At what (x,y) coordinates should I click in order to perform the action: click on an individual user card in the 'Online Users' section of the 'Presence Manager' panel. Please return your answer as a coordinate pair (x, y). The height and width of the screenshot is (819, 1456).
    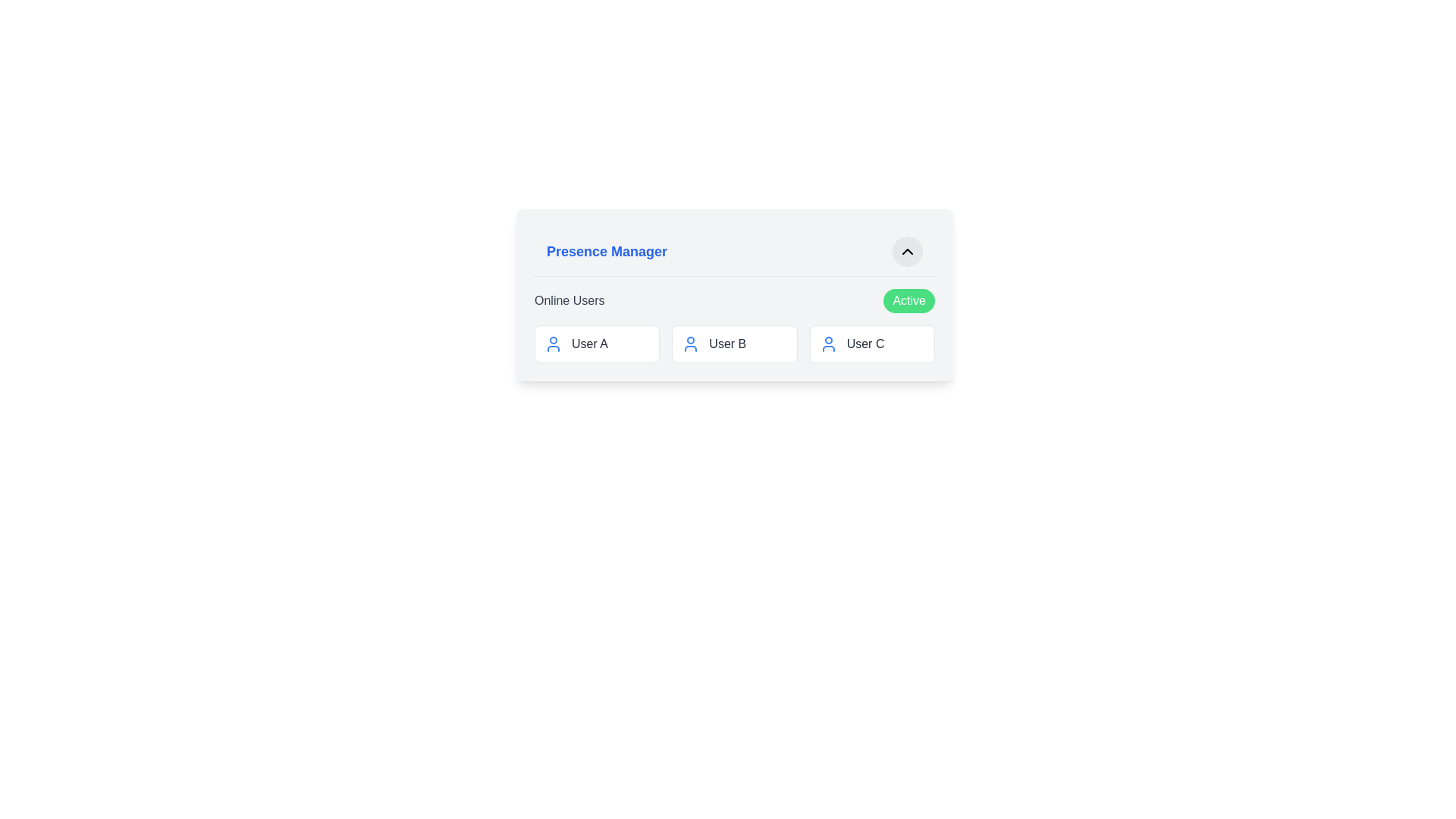
    Looking at the image, I should click on (735, 325).